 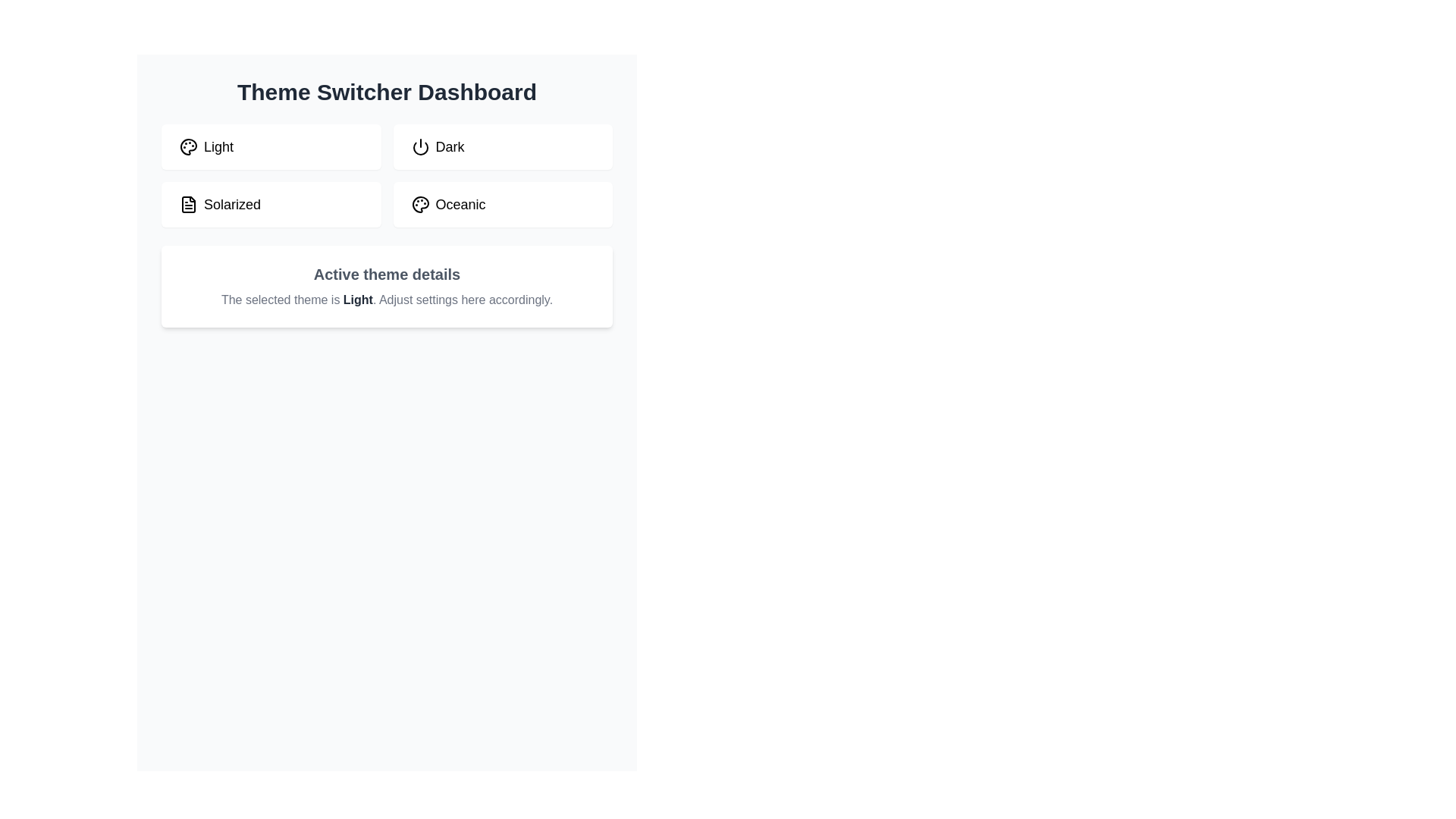 What do you see at coordinates (420, 146) in the screenshot?
I see `the power activation icon within the 'Dark' button in the theme options` at bounding box center [420, 146].